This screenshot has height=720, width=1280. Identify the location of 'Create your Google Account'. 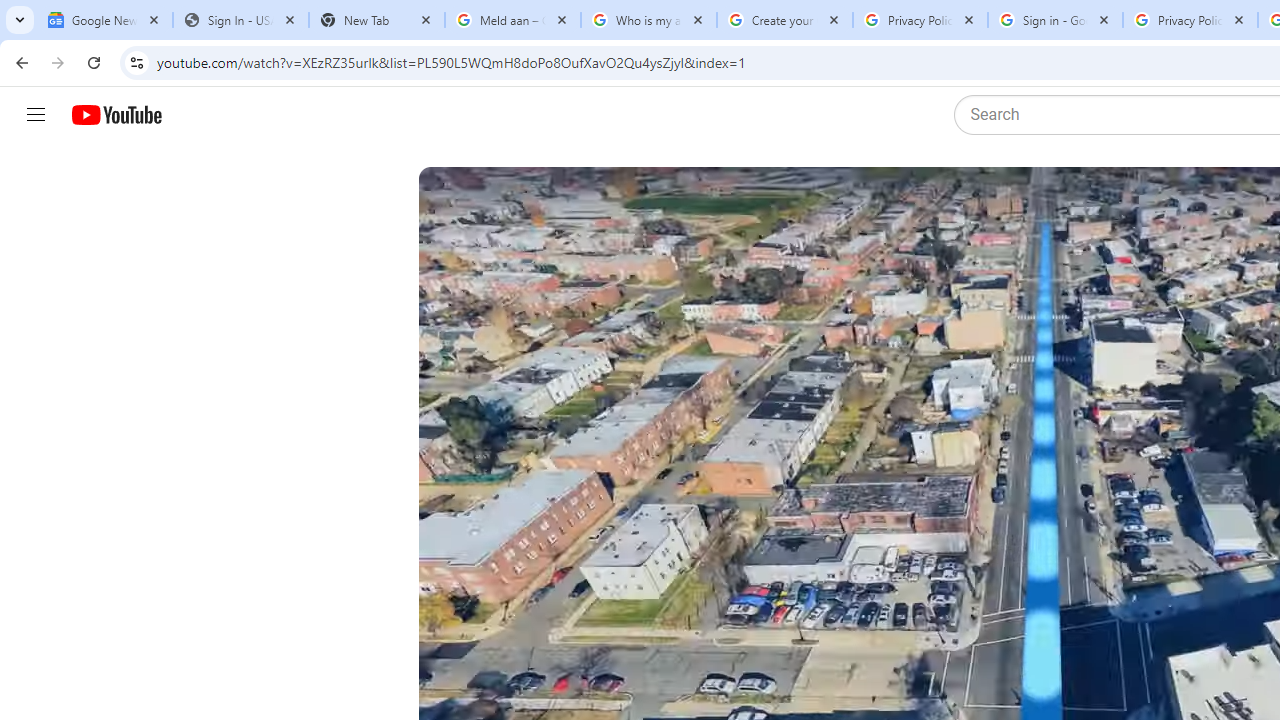
(783, 20).